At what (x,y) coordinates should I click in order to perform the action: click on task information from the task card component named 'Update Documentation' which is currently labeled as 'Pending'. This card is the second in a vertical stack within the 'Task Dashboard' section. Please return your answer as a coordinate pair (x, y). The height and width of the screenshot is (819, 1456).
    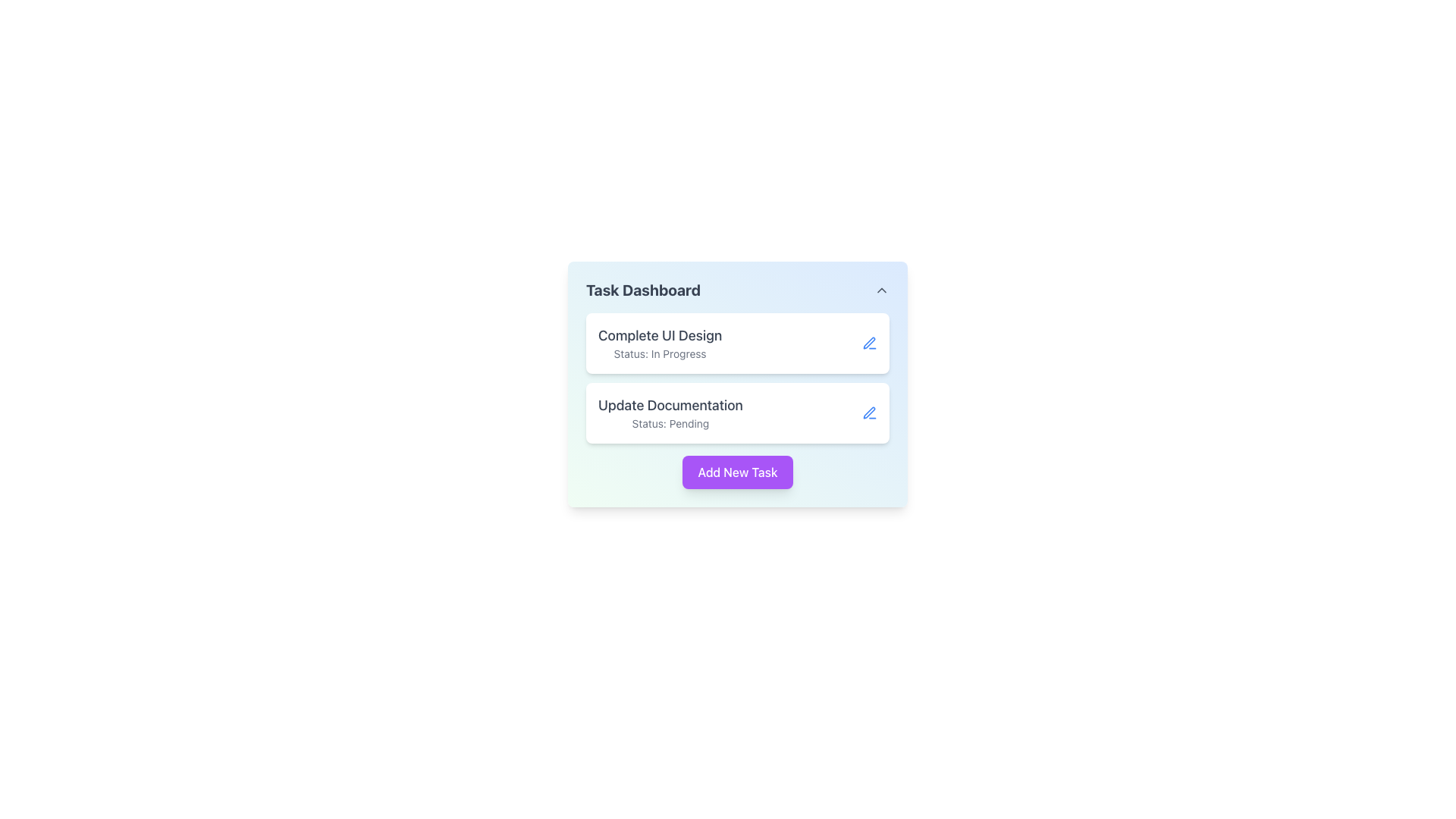
    Looking at the image, I should click on (738, 413).